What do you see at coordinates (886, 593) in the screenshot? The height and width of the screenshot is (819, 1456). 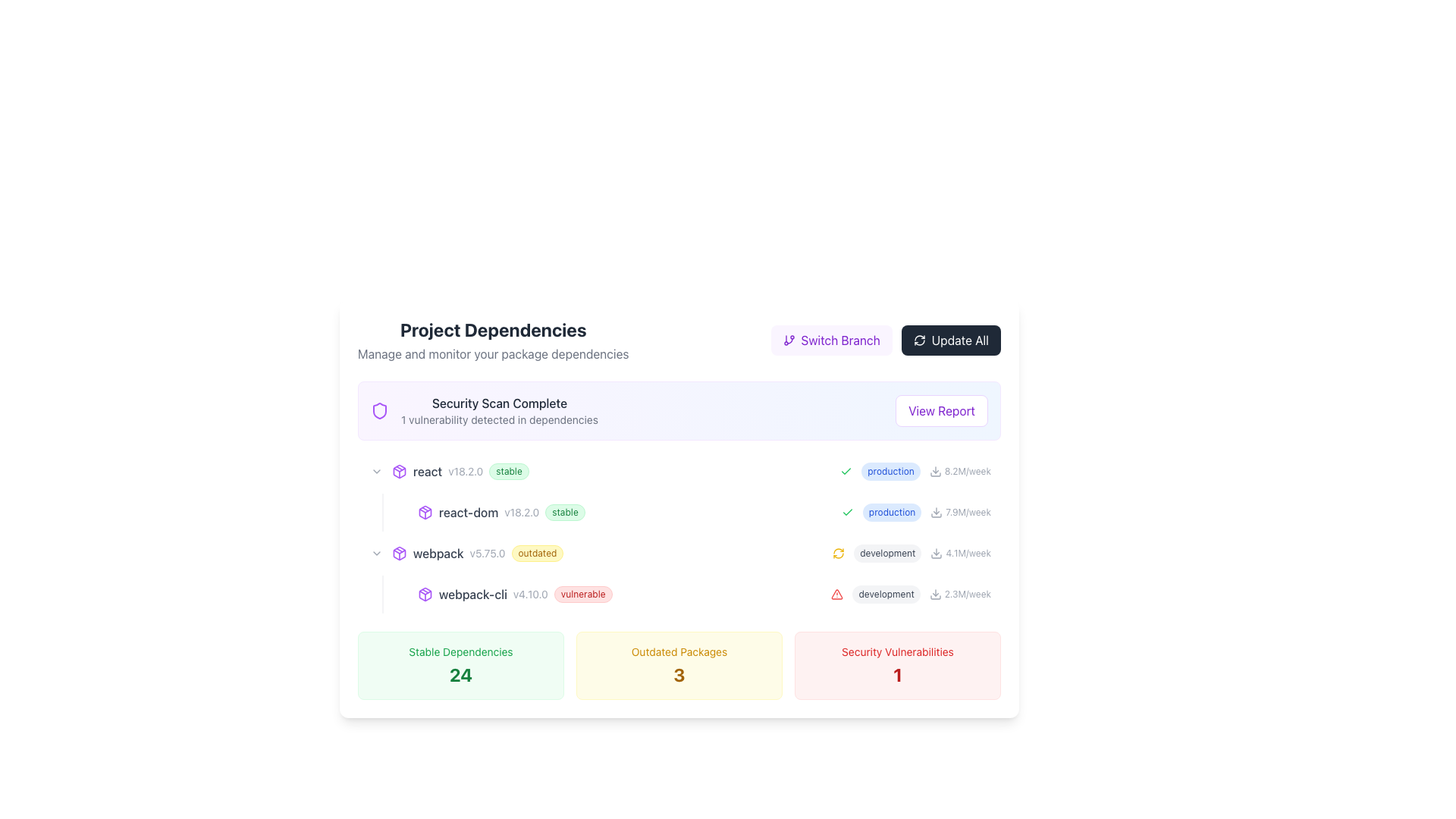 I see `text content of the non-interactive badge that indicates the 'development' environment, positioned between a red triangle alert icon and gray text displaying '2.3M/week'` at bounding box center [886, 593].